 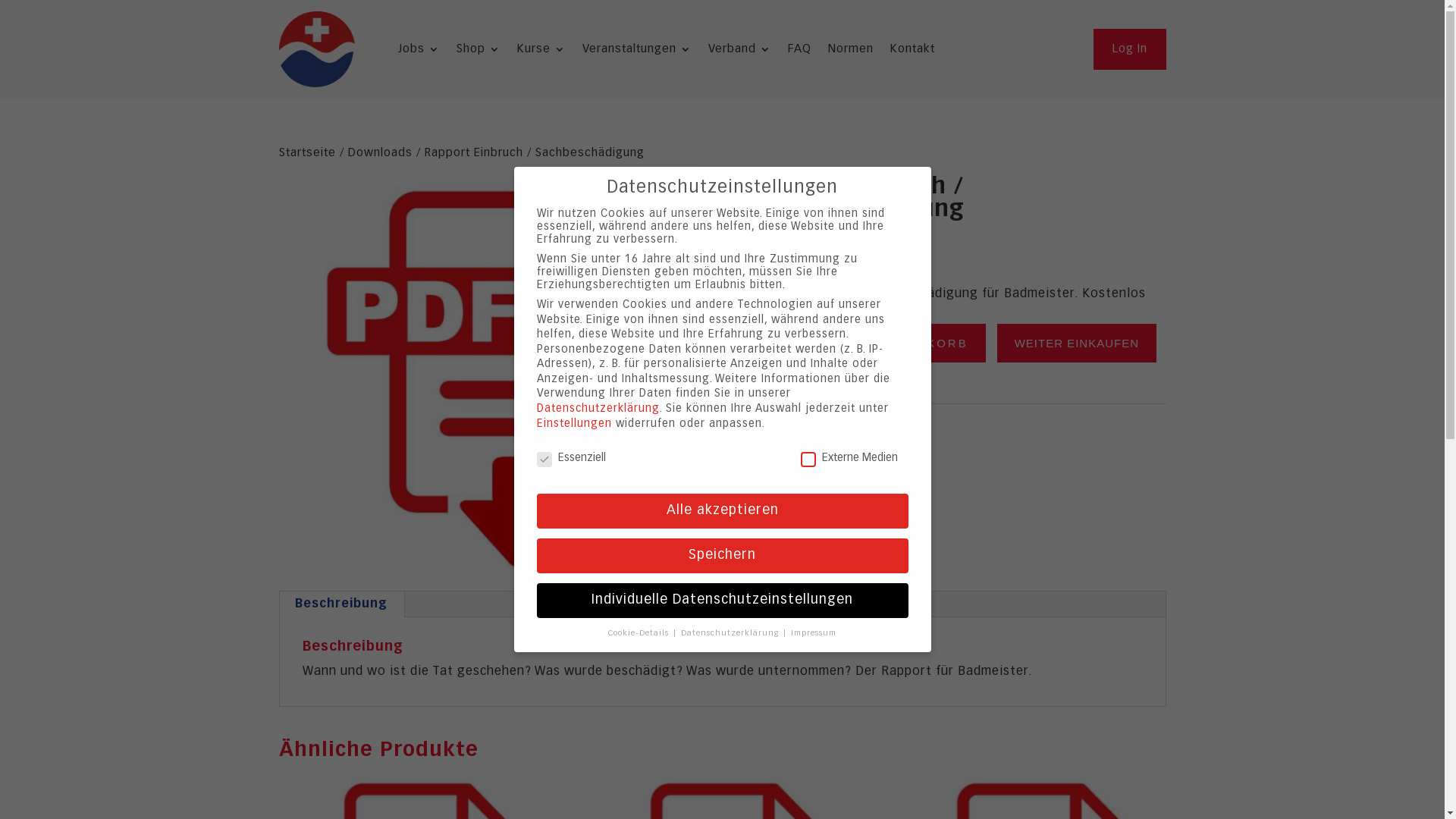 I want to click on 'FAQ', so click(x=787, y=52).